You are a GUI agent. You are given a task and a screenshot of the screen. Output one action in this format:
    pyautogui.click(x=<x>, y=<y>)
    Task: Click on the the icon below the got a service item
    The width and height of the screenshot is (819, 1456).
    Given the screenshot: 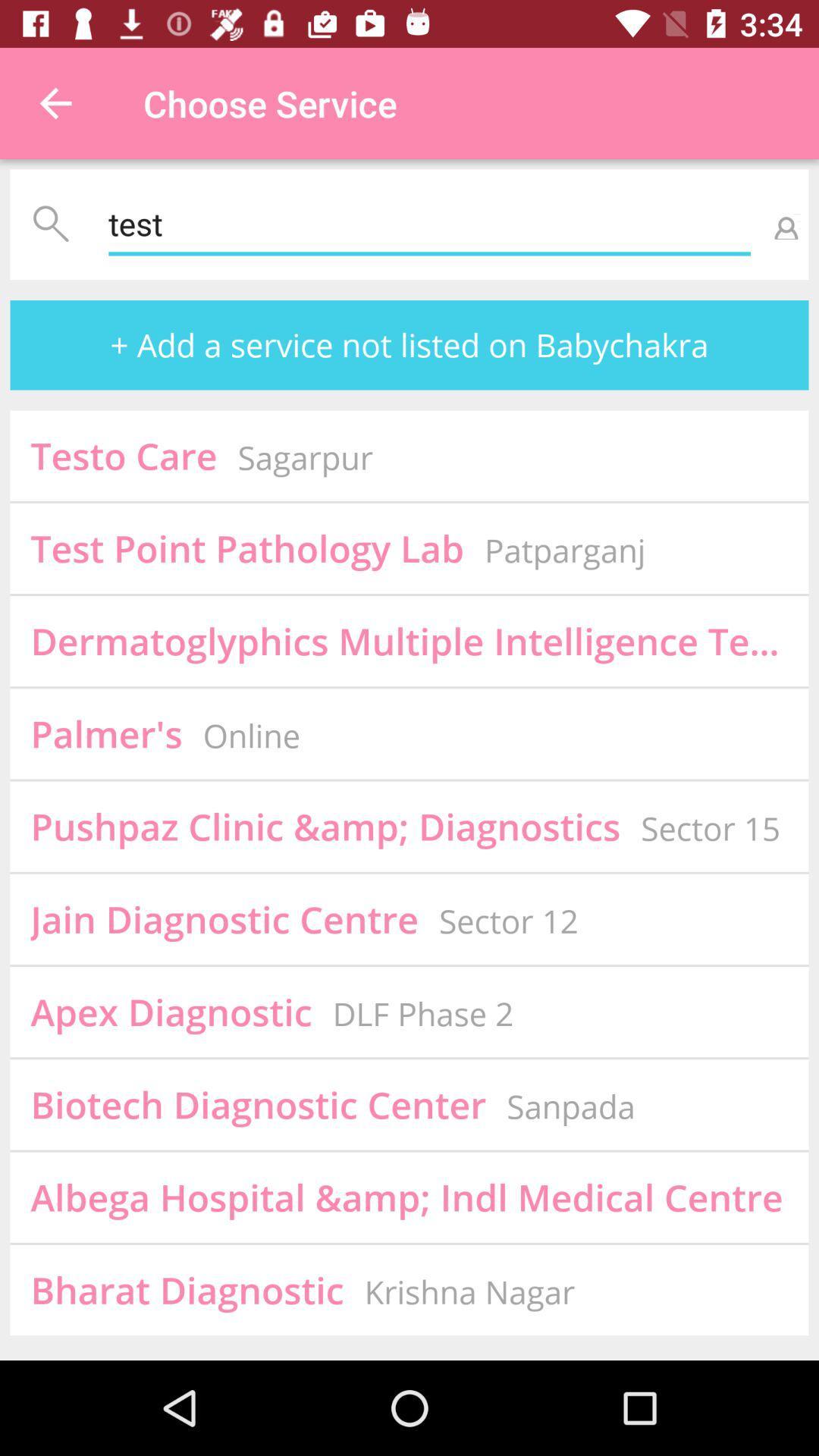 What is the action you would take?
    pyautogui.click(x=105, y=733)
    